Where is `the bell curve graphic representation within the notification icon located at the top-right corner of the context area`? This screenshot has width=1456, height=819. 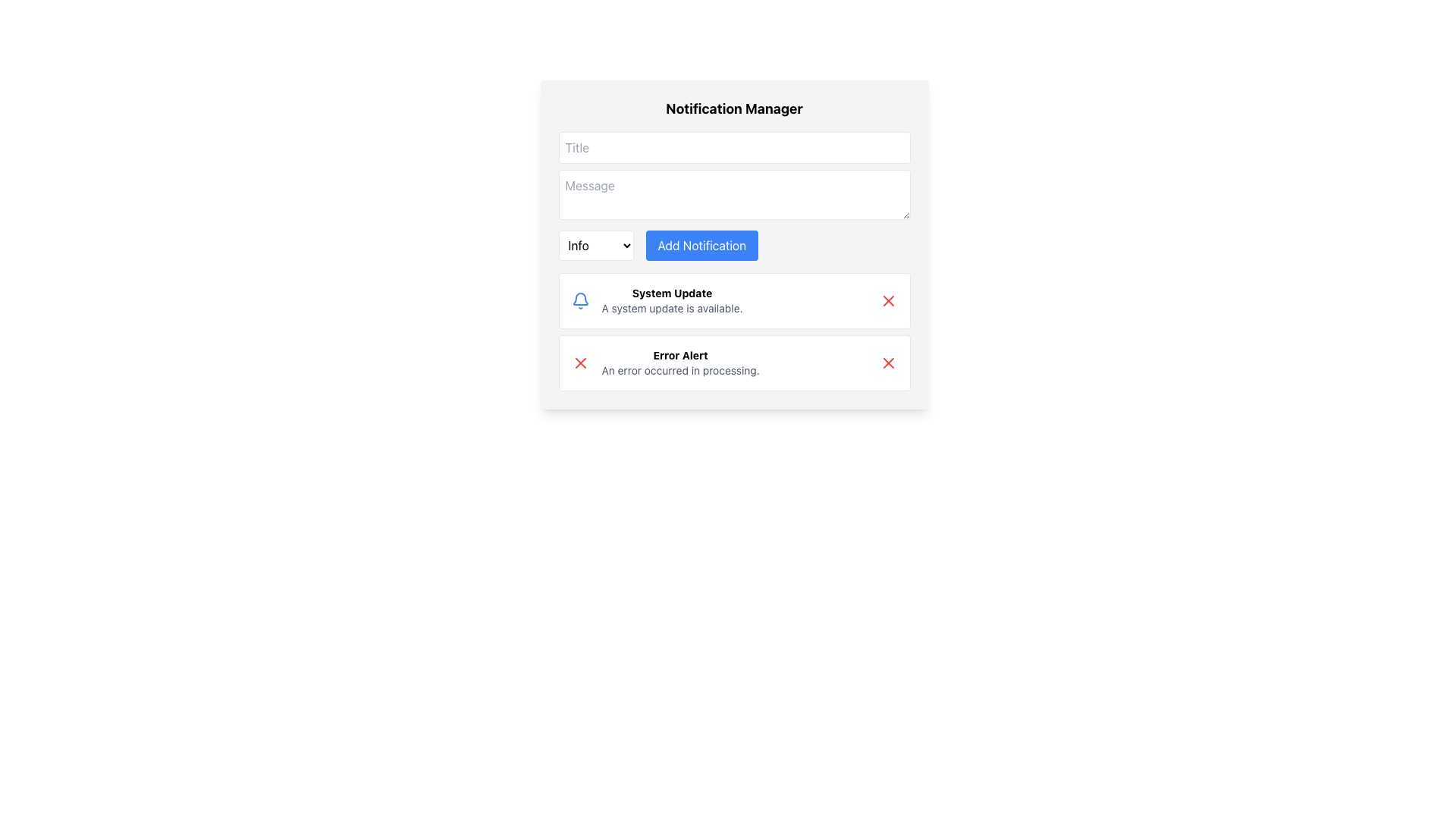 the bell curve graphic representation within the notification icon located at the top-right corner of the context area is located at coordinates (579, 299).